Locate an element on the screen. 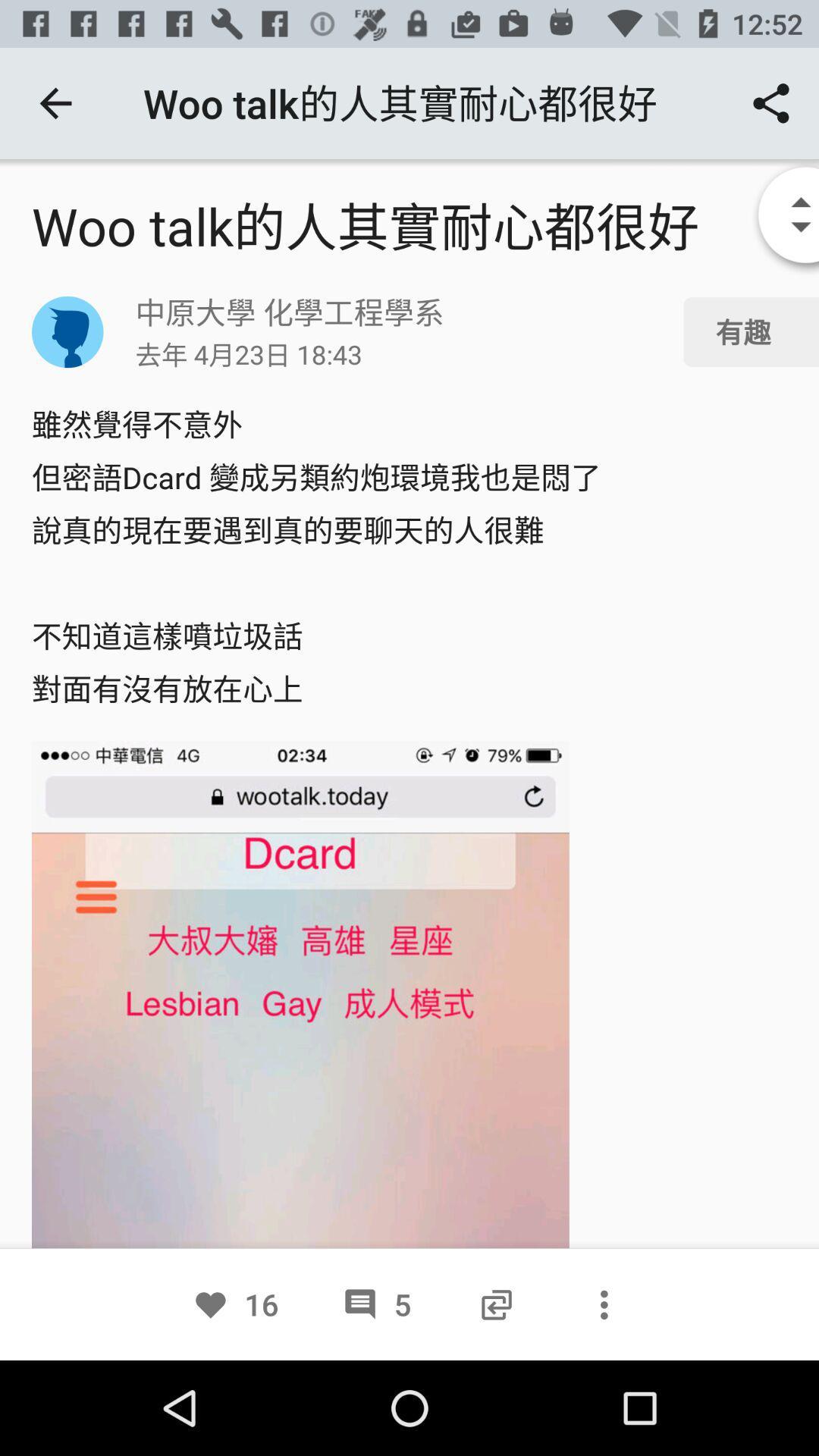 This screenshot has width=819, height=1456. the 16 icon is located at coordinates (235, 1304).